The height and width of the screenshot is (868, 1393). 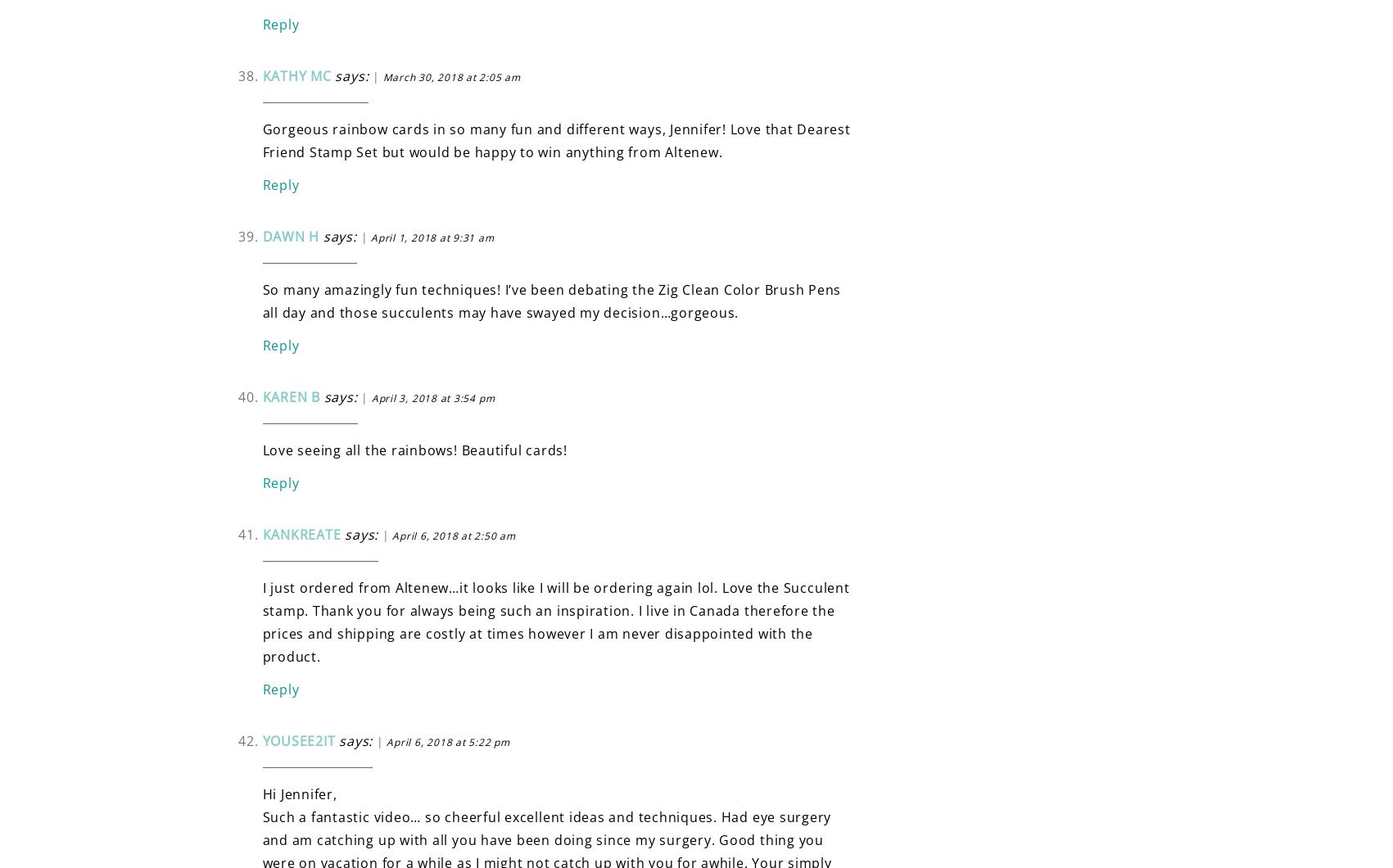 I want to click on 'I just ordered from Altenew…it looks like I will be ordering again lol.  Love the Succulent stamp.  Thank you for always being such an inspiration.  I live in Canada therefore the prices and shipping are costly at times however I am never disappointed with the product.', so click(x=554, y=620).